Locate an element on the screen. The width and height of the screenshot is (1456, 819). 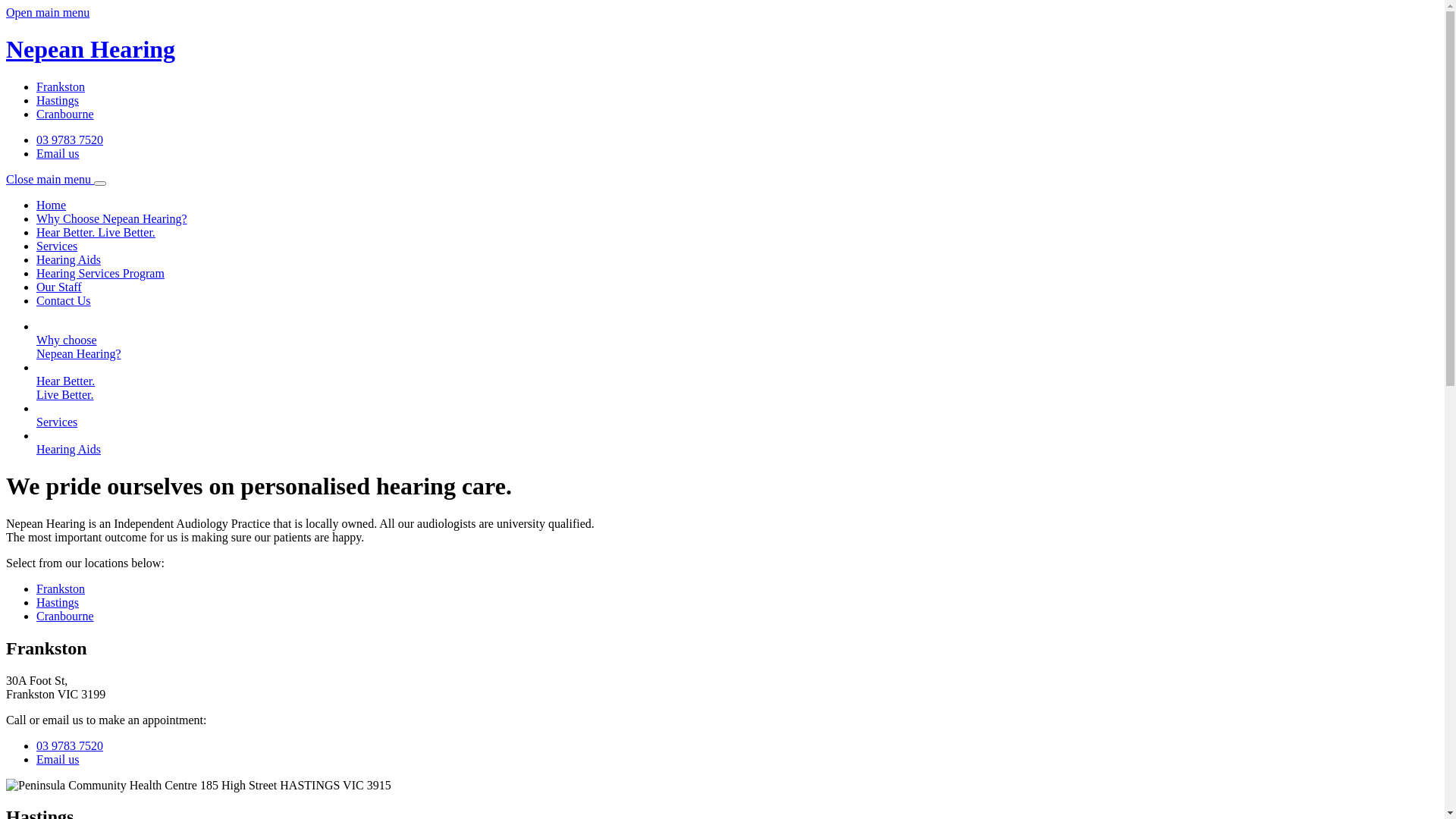
'Hear Better. Live Better.' is located at coordinates (95, 232).